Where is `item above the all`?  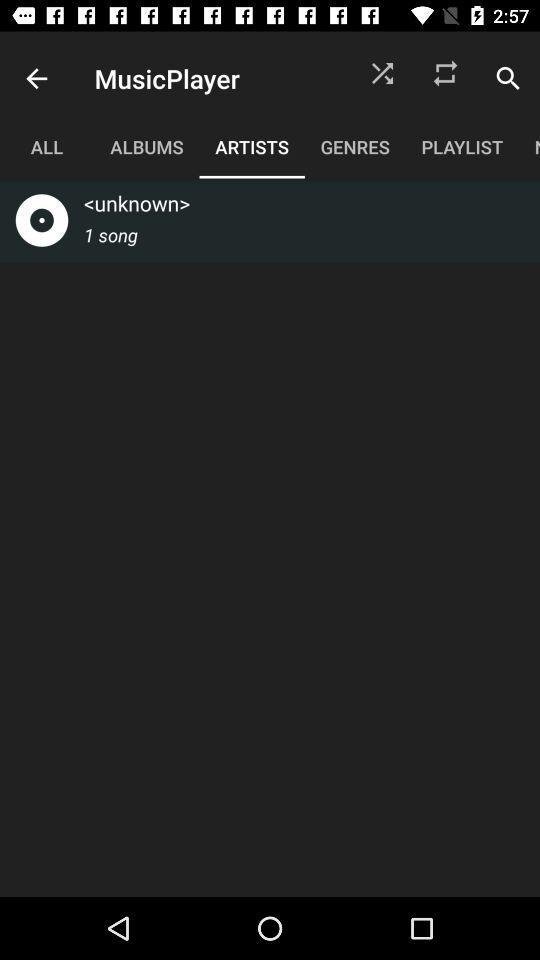 item above the all is located at coordinates (36, 78).